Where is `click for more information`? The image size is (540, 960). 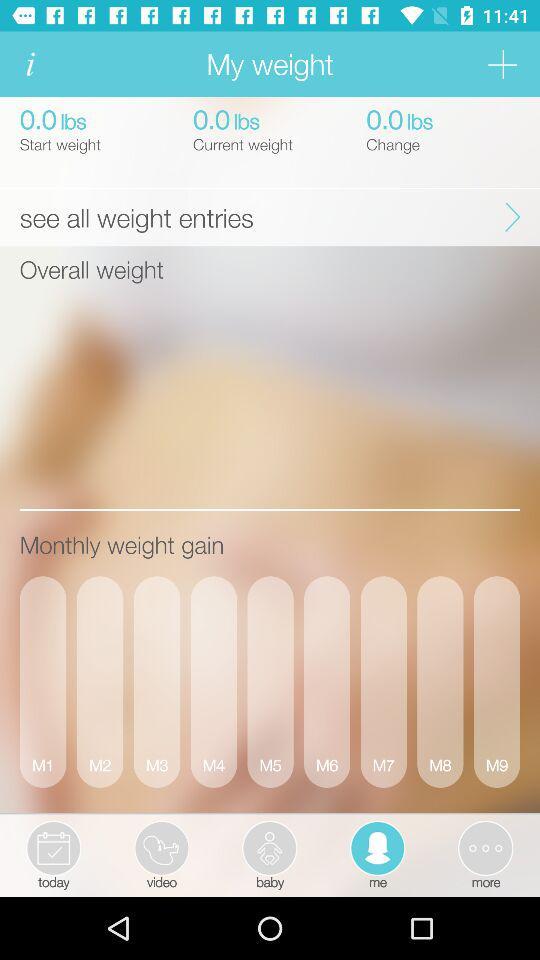 click for more information is located at coordinates (29, 64).